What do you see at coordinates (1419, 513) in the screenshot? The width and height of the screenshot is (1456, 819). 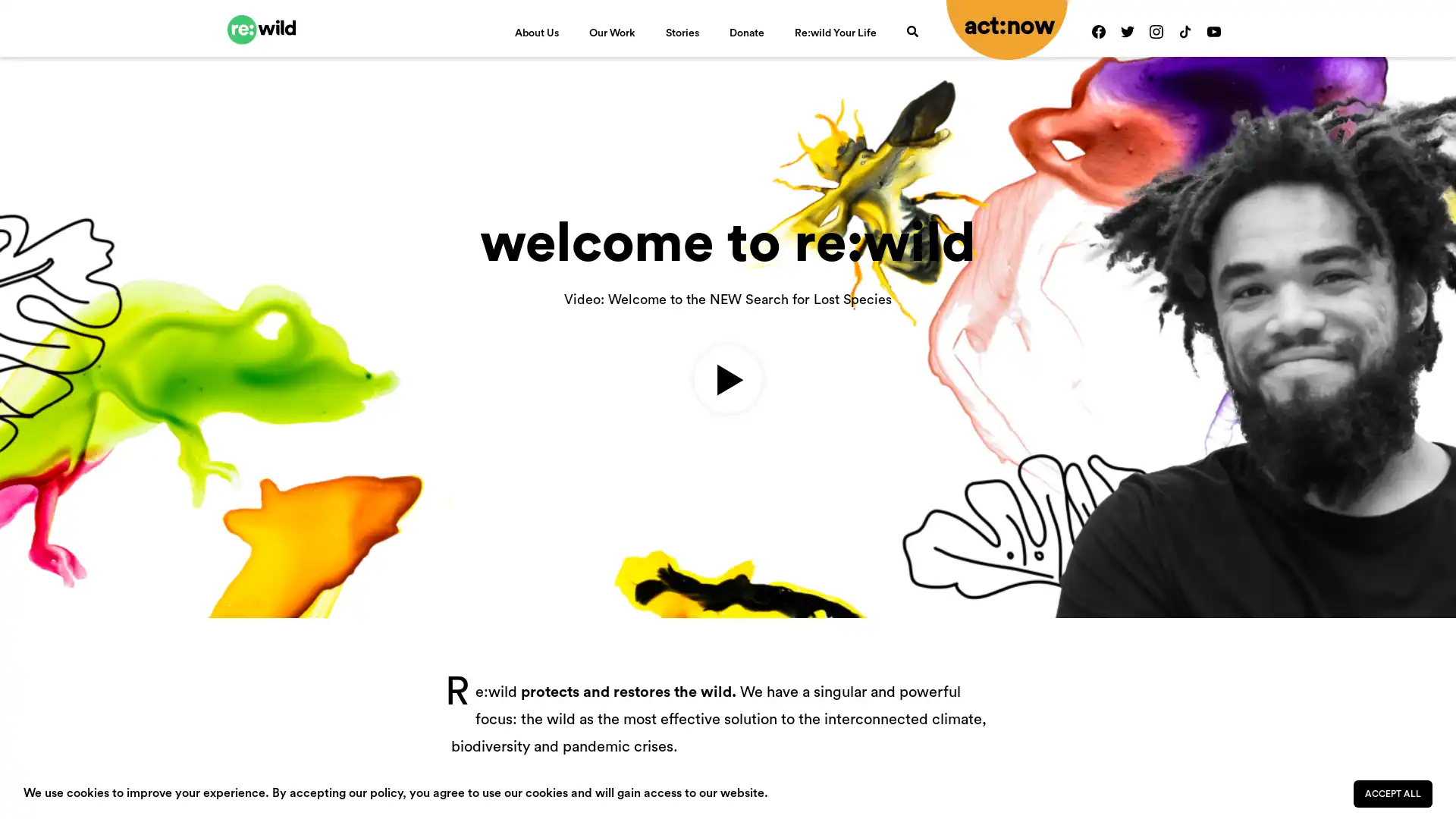 I see `show more media controls` at bounding box center [1419, 513].